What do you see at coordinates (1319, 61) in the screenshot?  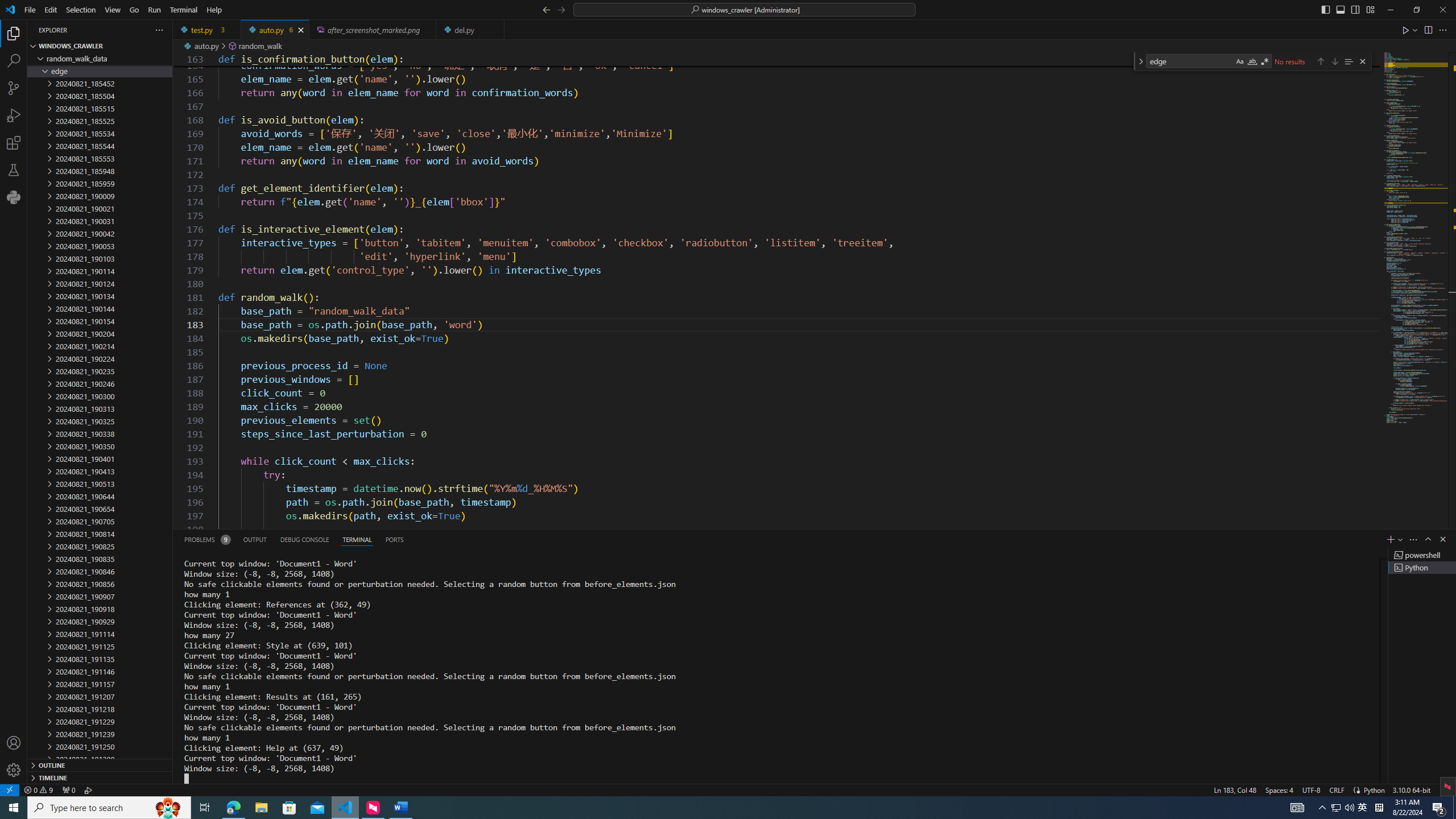 I see `'Previous Match (Shift+Enter)'` at bounding box center [1319, 61].